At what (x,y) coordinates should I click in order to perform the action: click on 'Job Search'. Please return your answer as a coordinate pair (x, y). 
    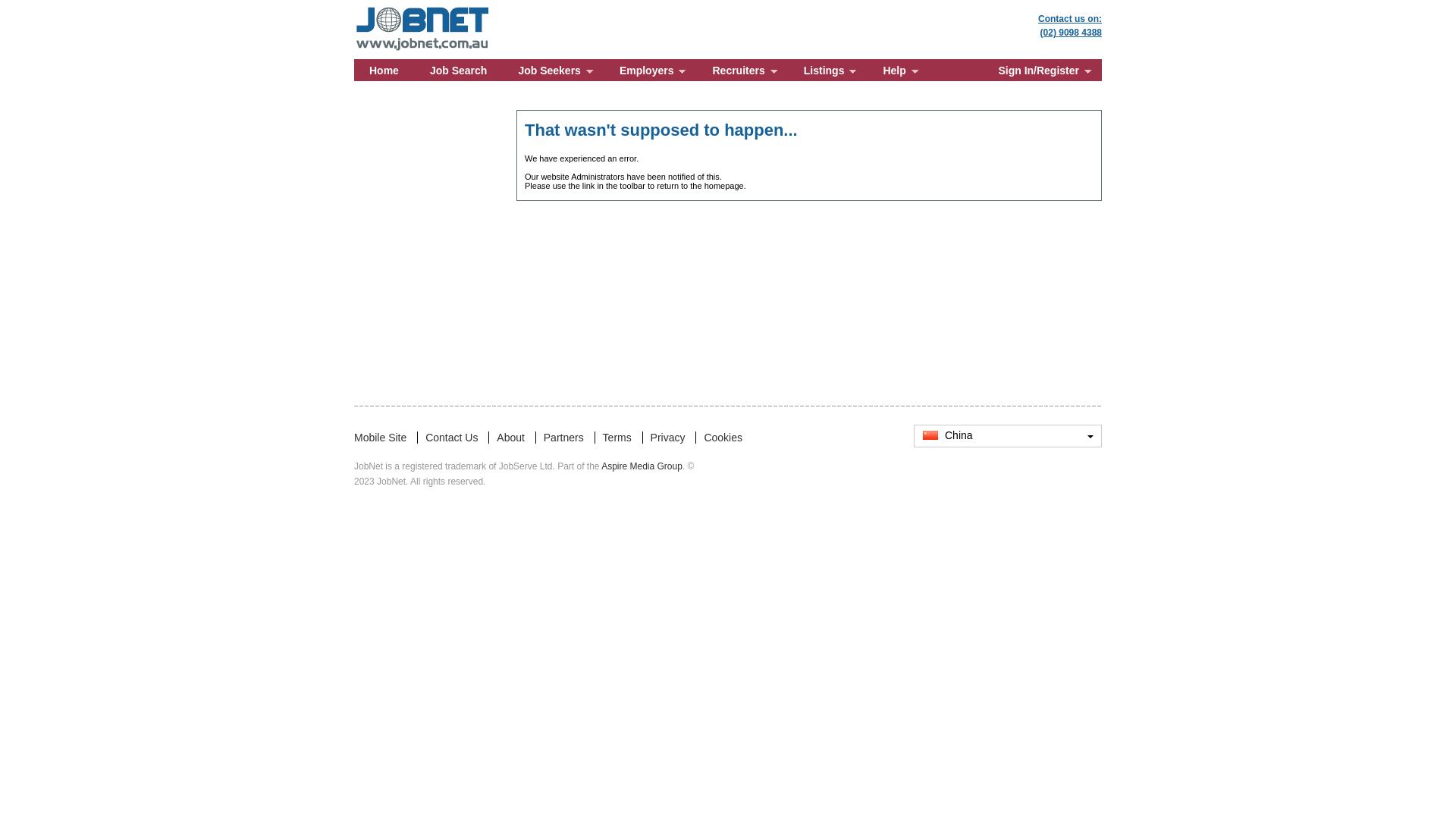
    Looking at the image, I should click on (457, 70).